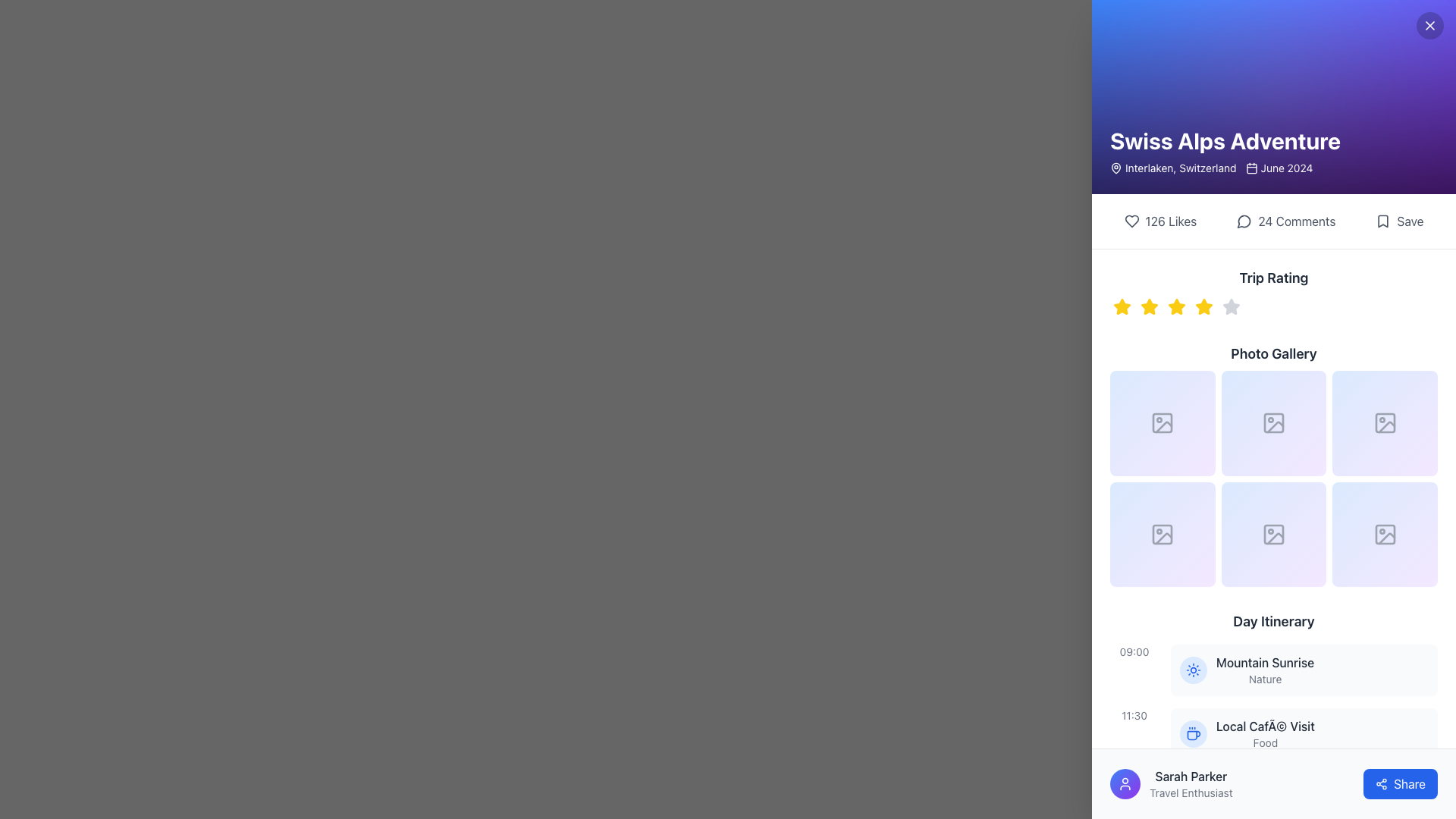  I want to click on the prominent yellow star icon, which is the third in a row of five stars under the 'Trip Rating' title, so click(1175, 307).